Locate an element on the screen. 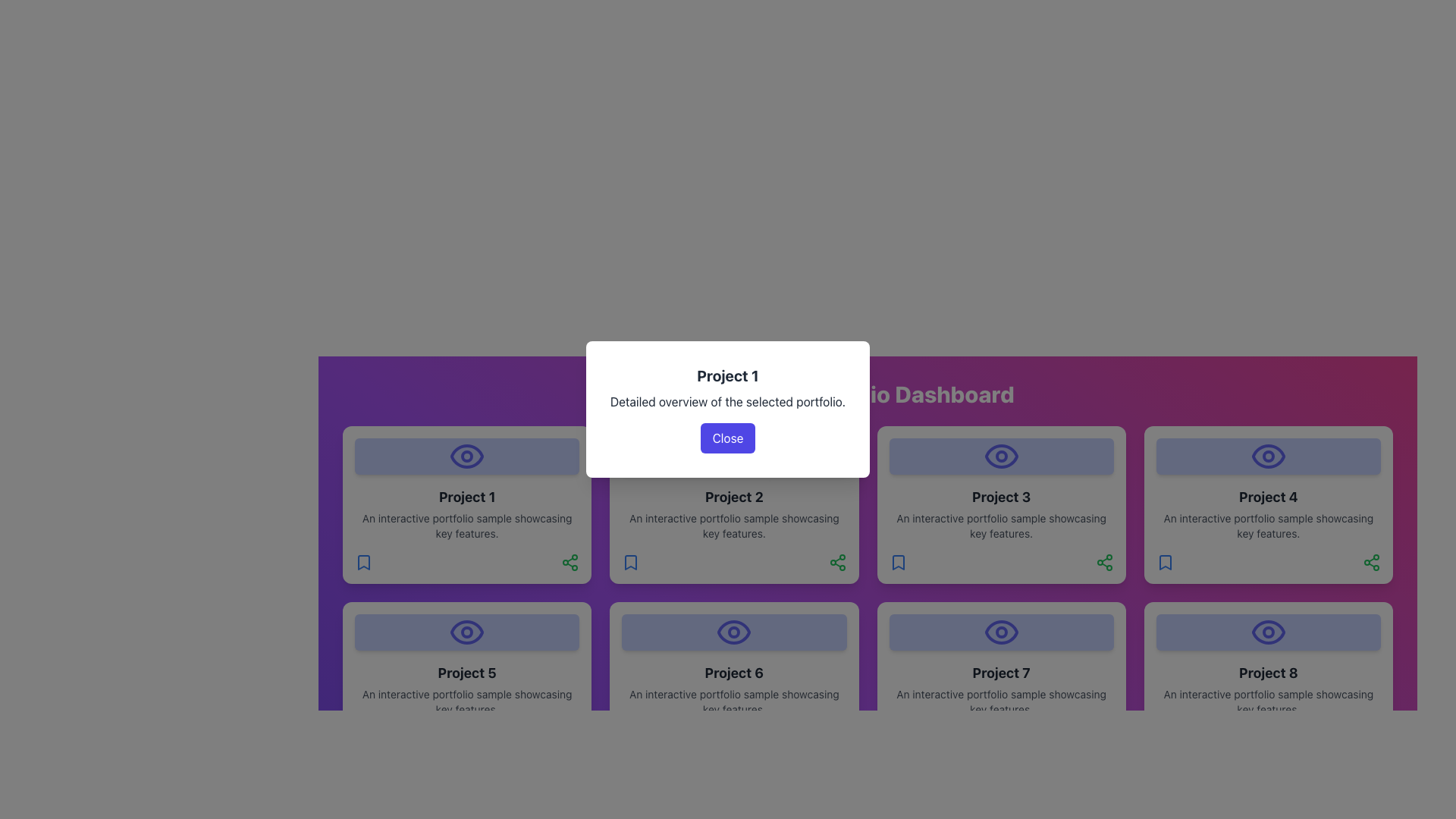 This screenshot has width=1456, height=819. the bookmarking icon located at the bottom-left section of the 'Project 4' card in the second row, first column of the grid layout is located at coordinates (1164, 562).